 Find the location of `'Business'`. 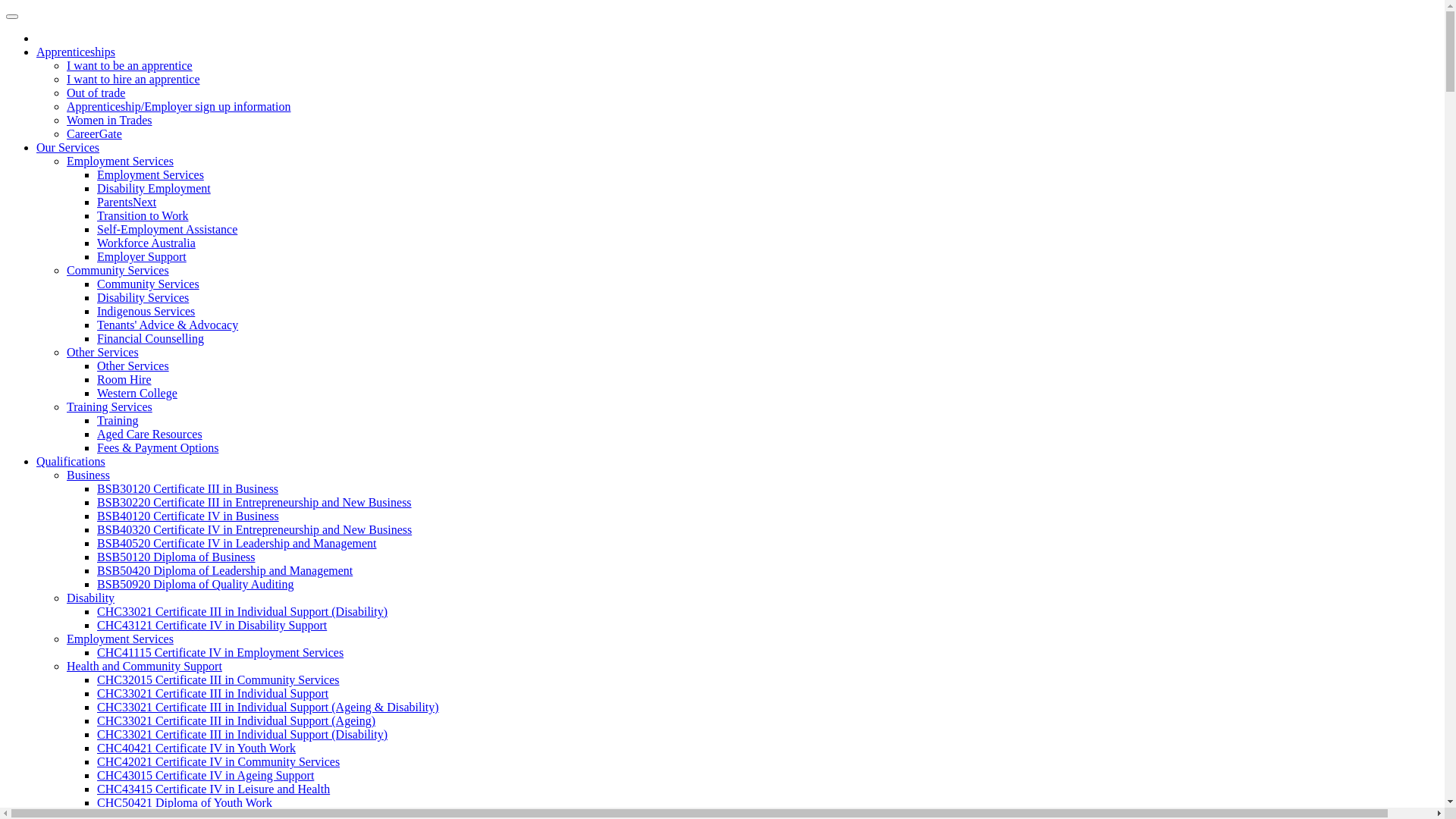

'Business' is located at coordinates (87, 474).